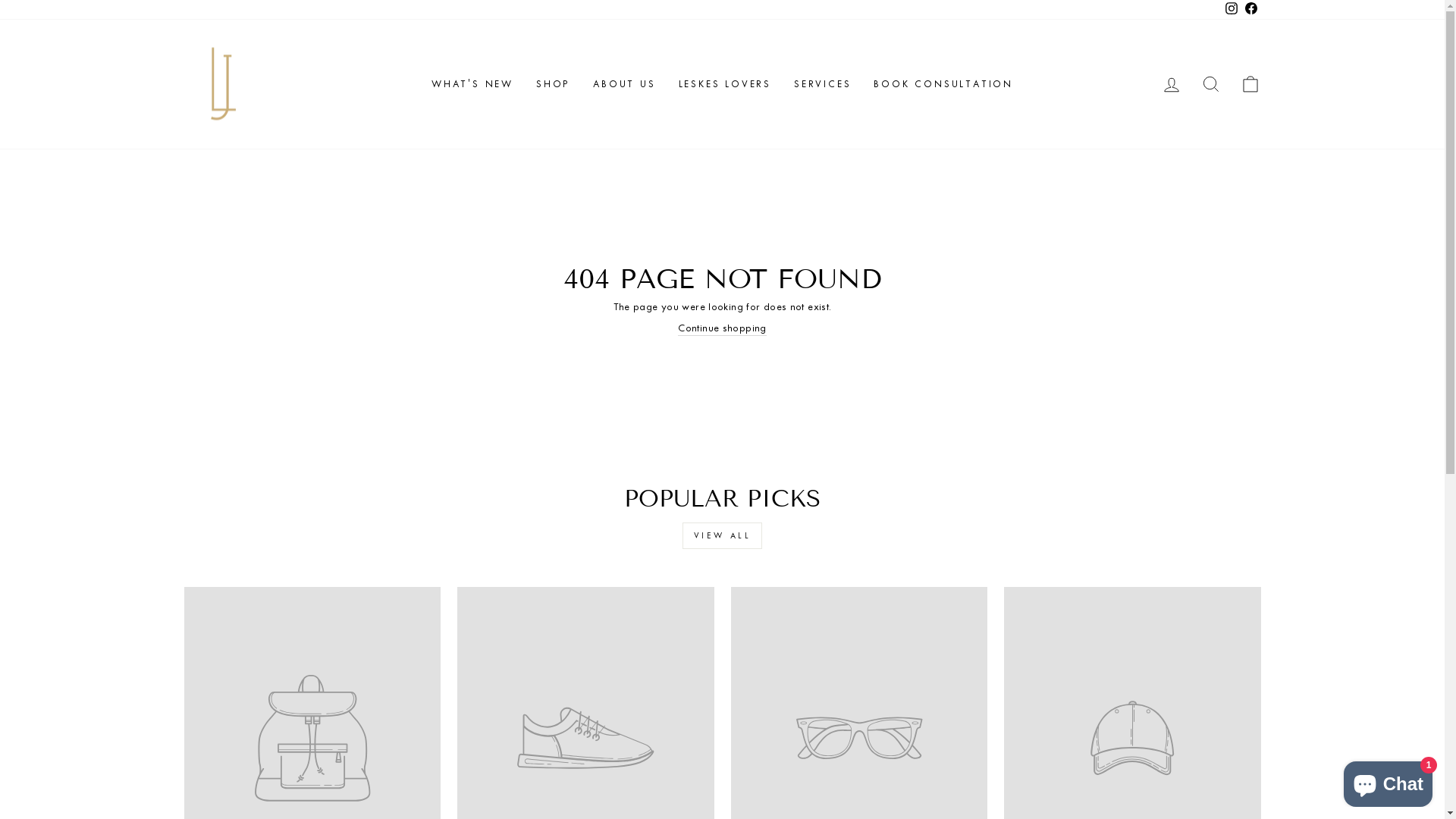 Image resolution: width=1456 pixels, height=819 pixels. I want to click on 'LOG IN', so click(1170, 84).